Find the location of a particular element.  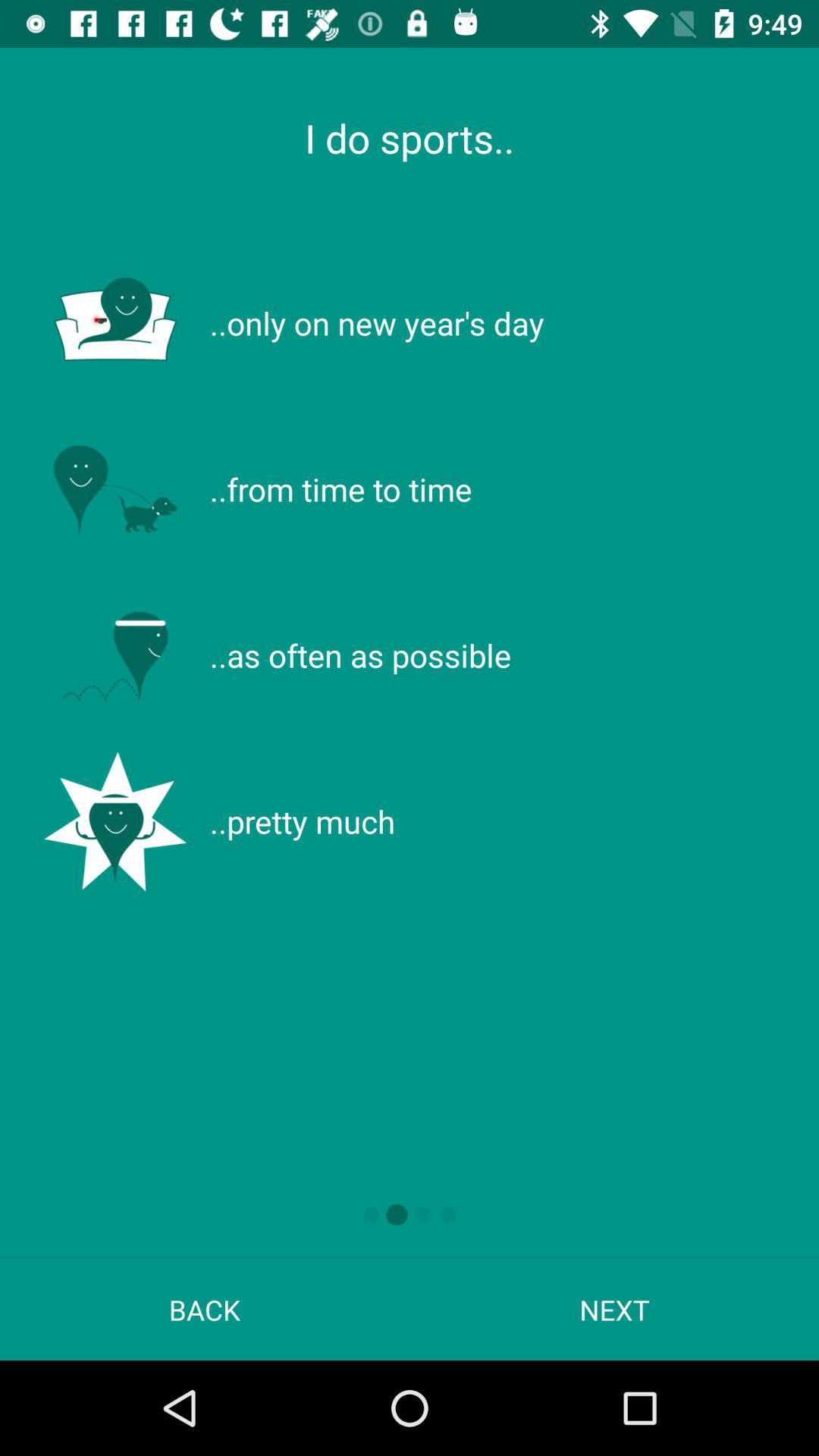

back at the bottom left corner is located at coordinates (205, 1309).